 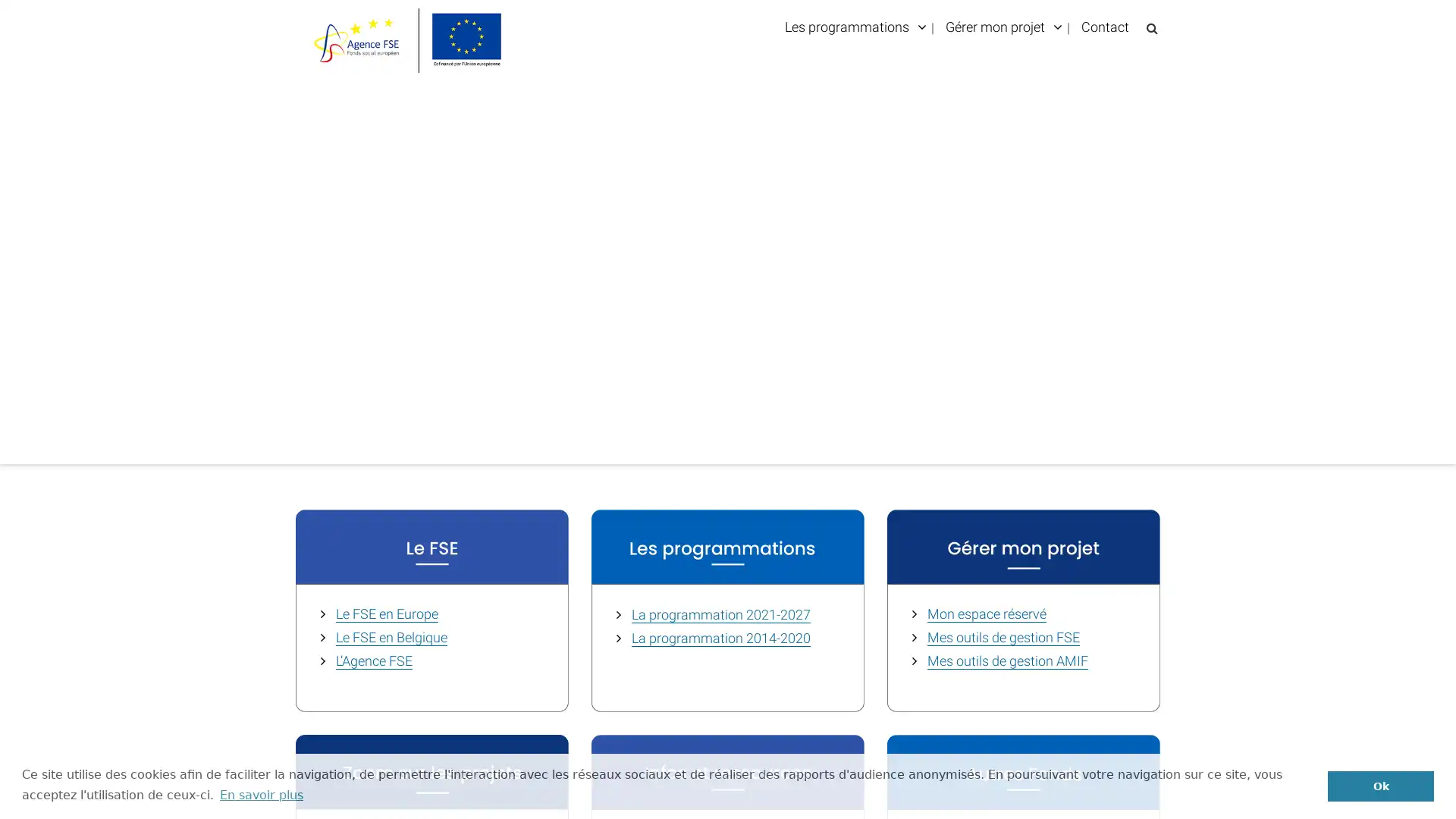 I want to click on learn more about cookies, so click(x=261, y=794).